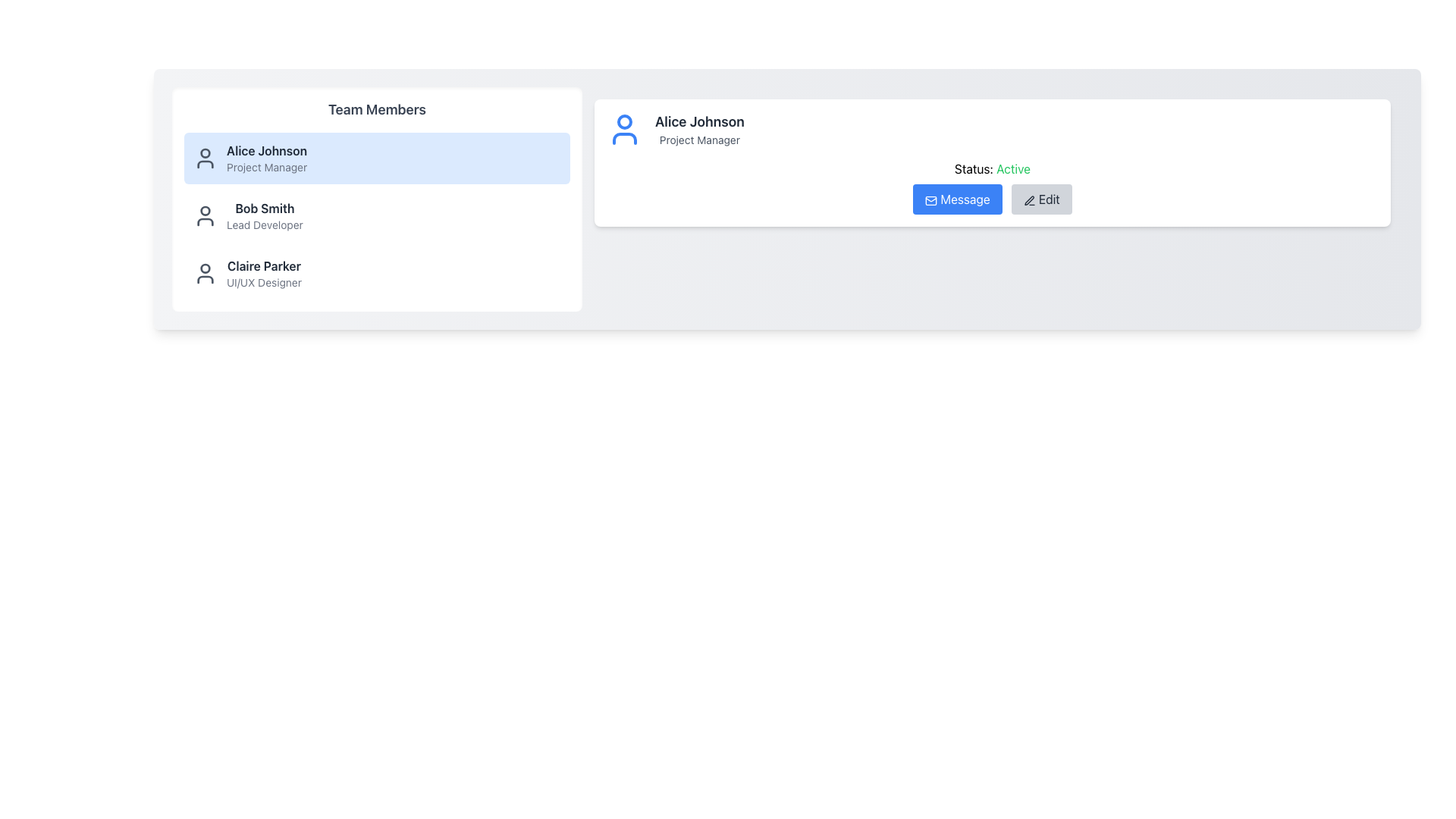 The width and height of the screenshot is (1456, 819). What do you see at coordinates (264, 274) in the screenshot?
I see `contents of the Text Display representing a team member's name and role, located as the third item under the 'Team Members' section in the left pane` at bounding box center [264, 274].